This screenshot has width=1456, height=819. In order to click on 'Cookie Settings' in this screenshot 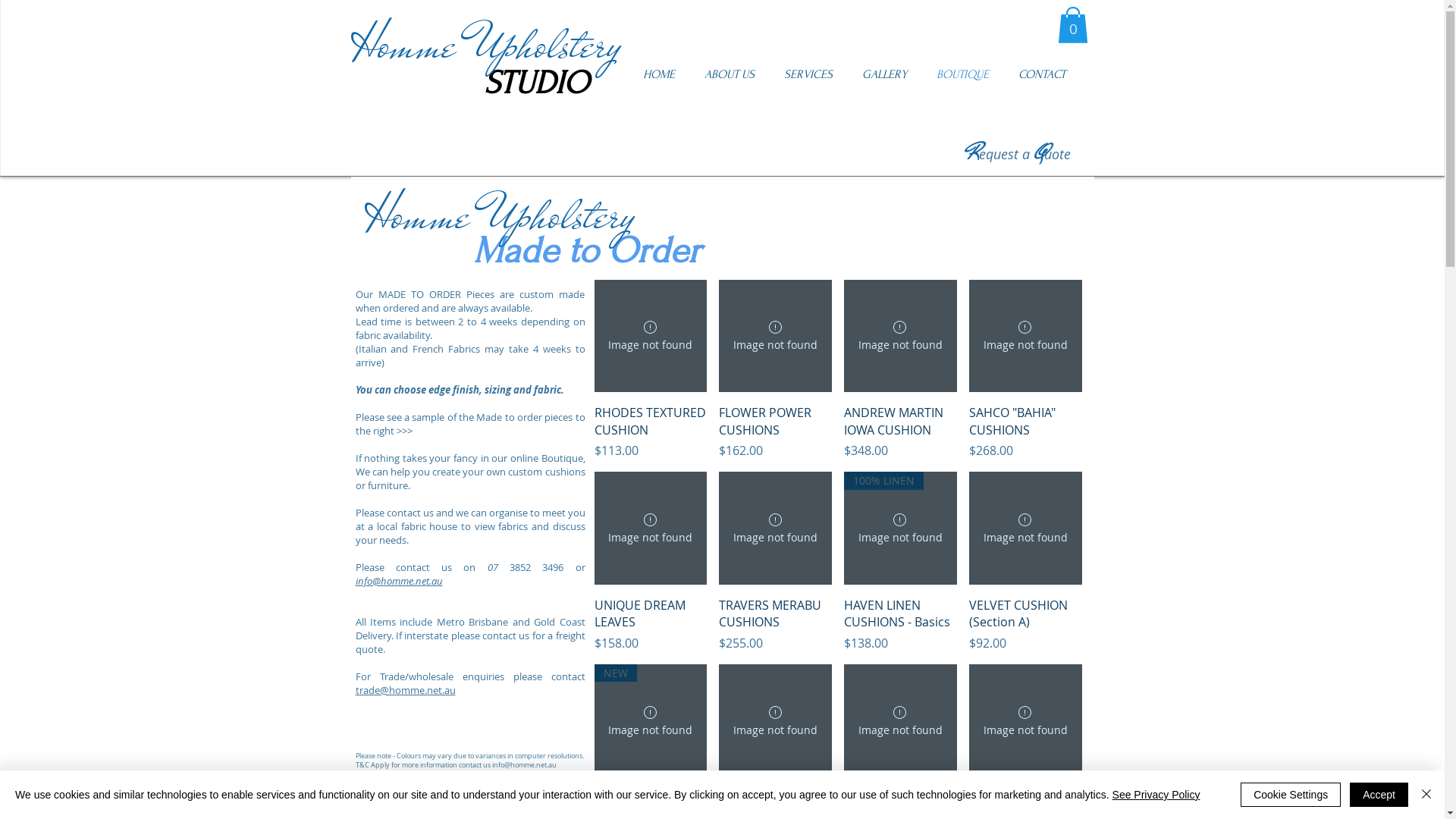, I will do `click(1290, 794)`.